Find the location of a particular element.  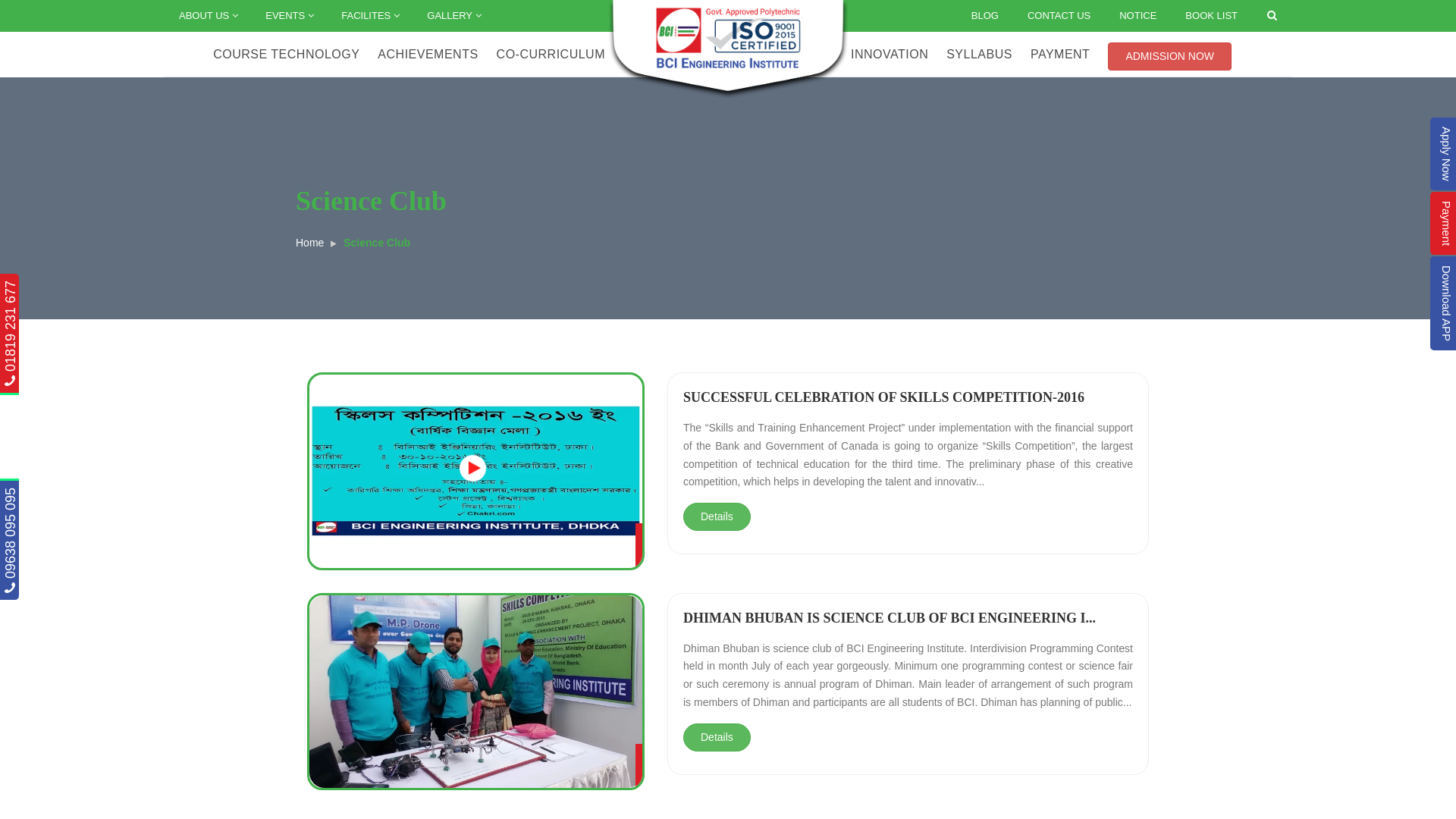

'Details' is located at coordinates (716, 516).